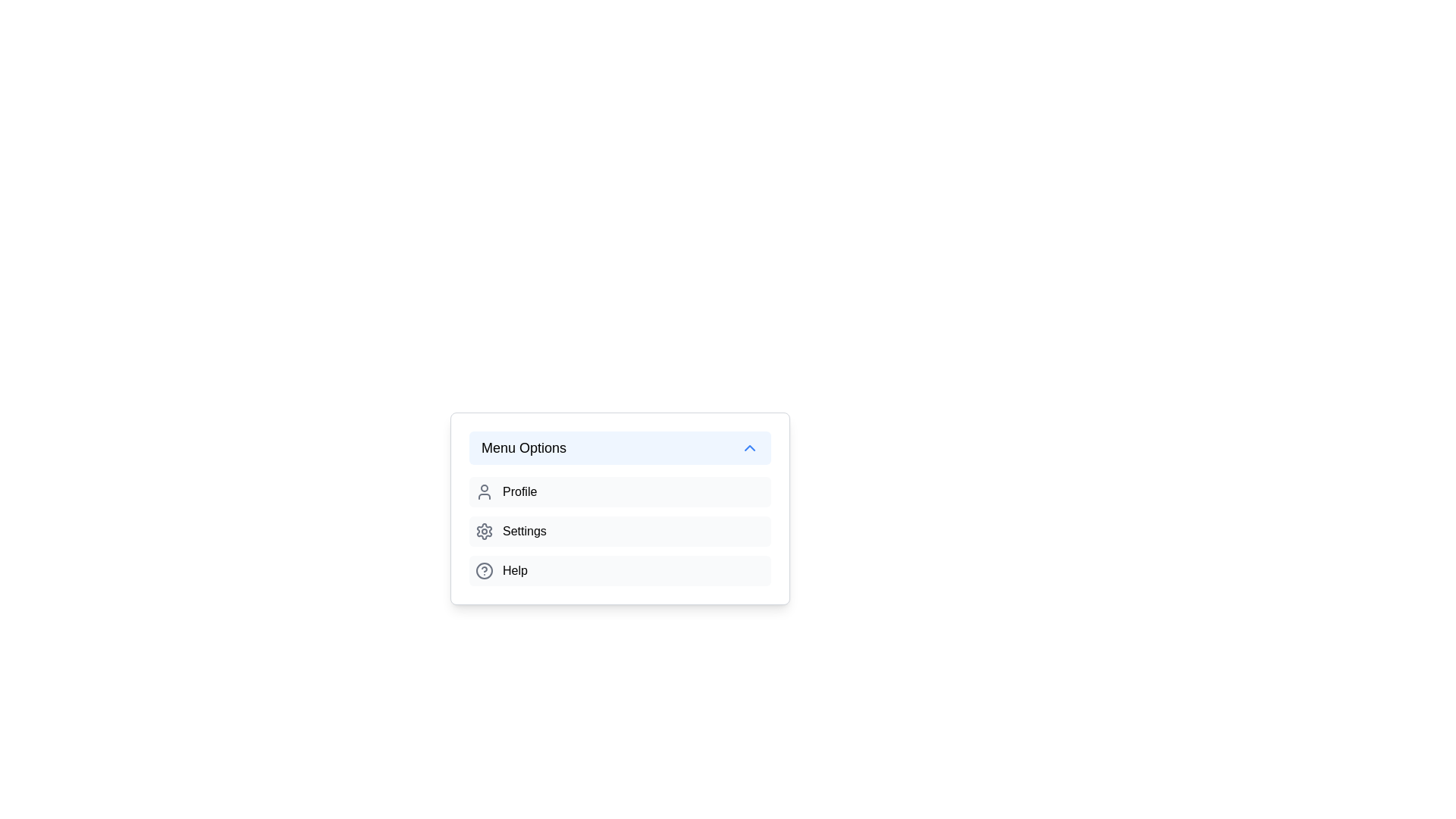  I want to click on the decorative 'Settings' icon located in the second item of the vertical menu, positioned to the left of the text 'Settings', so click(483, 531).